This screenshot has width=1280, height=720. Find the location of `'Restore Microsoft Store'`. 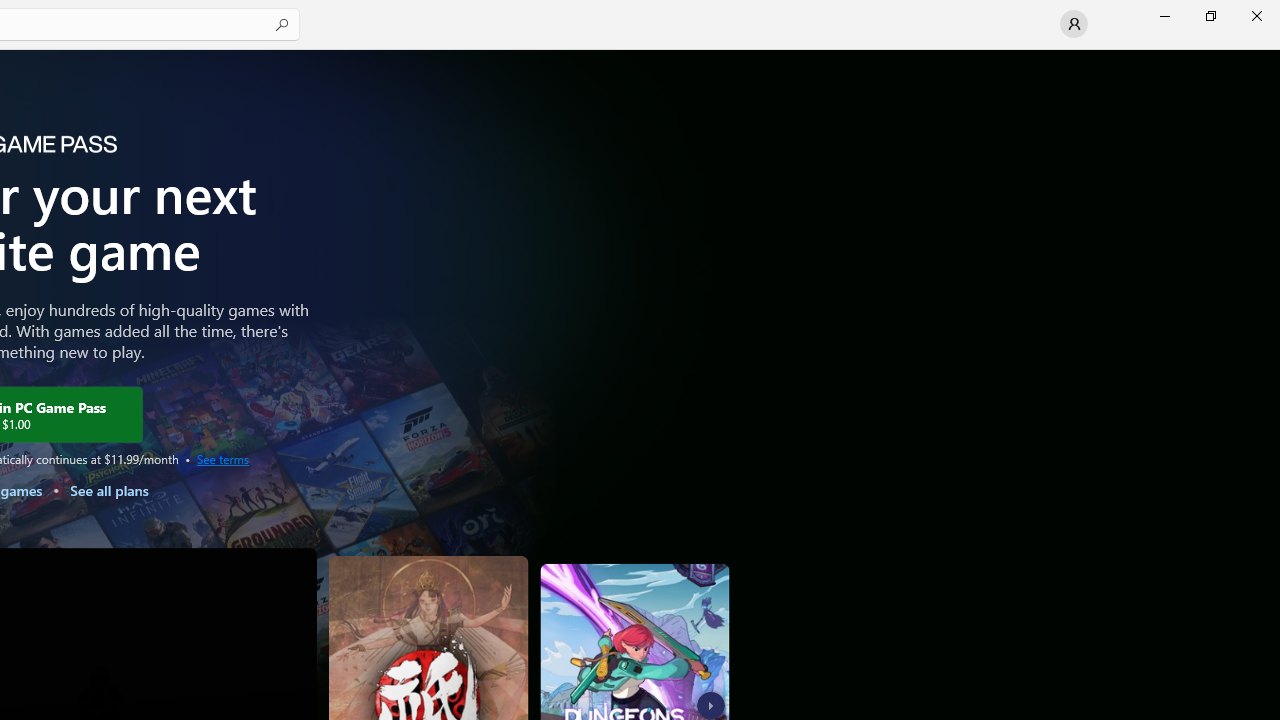

'Restore Microsoft Store' is located at coordinates (1209, 15).